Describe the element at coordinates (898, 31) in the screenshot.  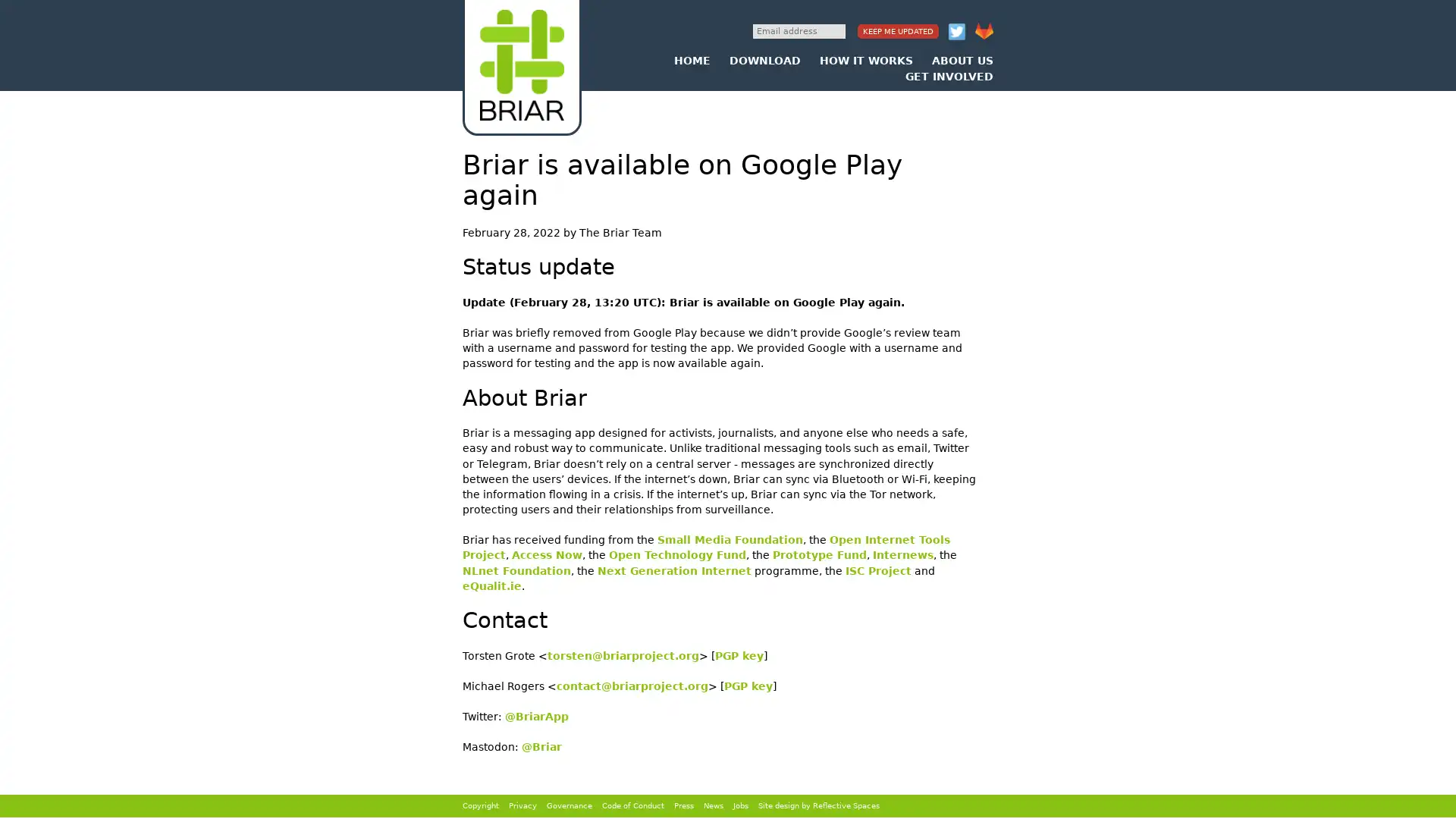
I see `KEEP ME UPDATED` at that location.